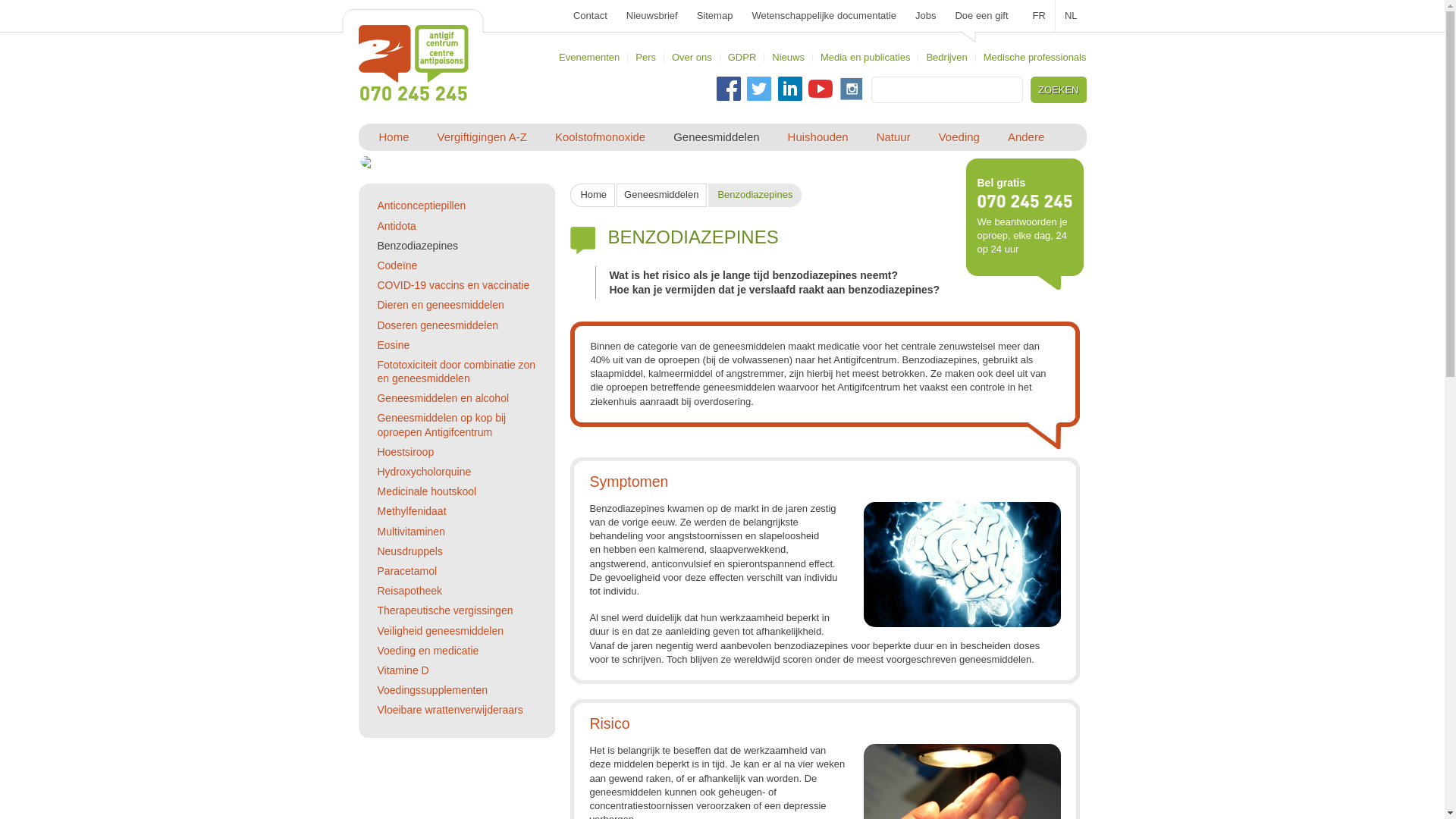 This screenshot has height=819, width=1456. What do you see at coordinates (1070, 15) in the screenshot?
I see `'NL'` at bounding box center [1070, 15].